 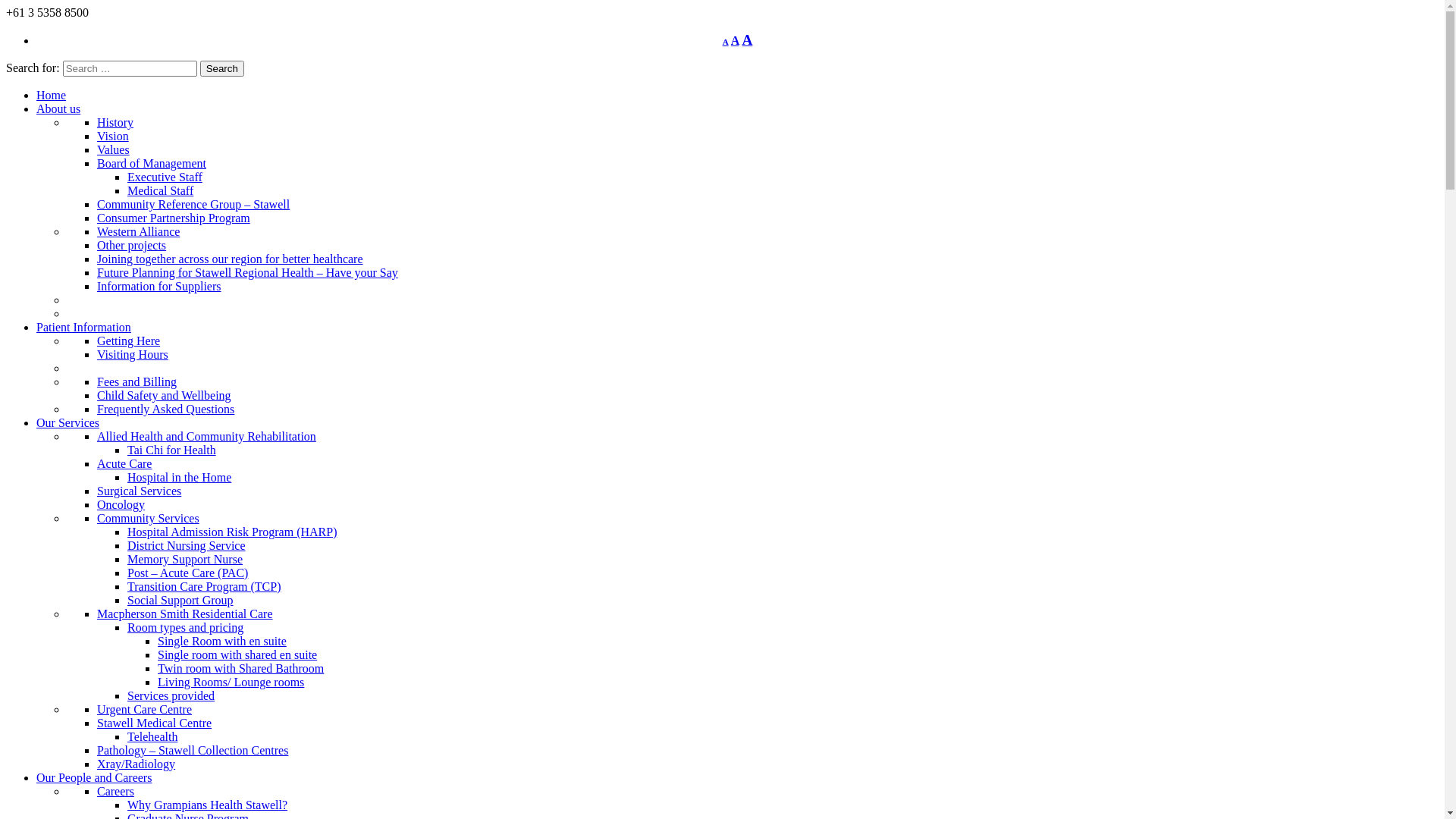 I want to click on 'Patient Information', so click(x=83, y=326).